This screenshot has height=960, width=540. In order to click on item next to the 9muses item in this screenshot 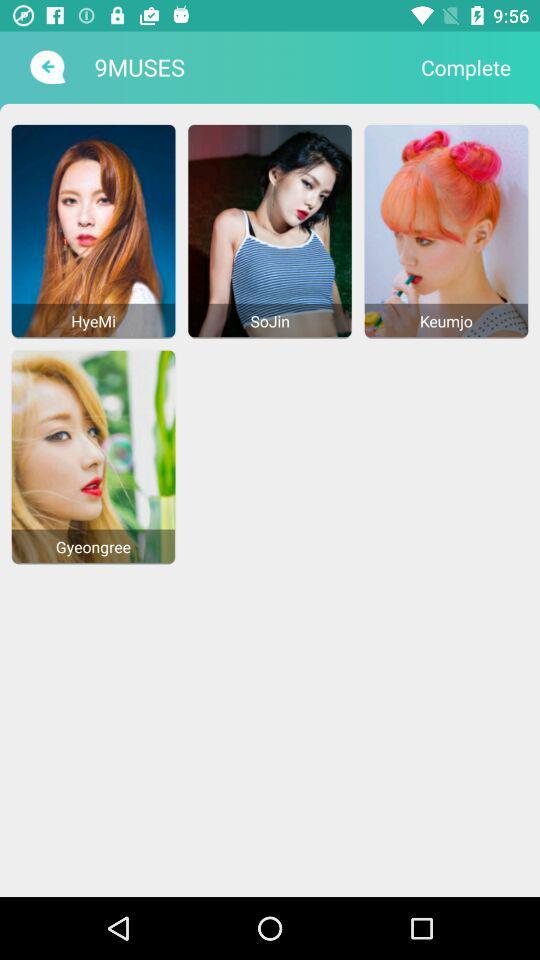, I will do `click(466, 67)`.